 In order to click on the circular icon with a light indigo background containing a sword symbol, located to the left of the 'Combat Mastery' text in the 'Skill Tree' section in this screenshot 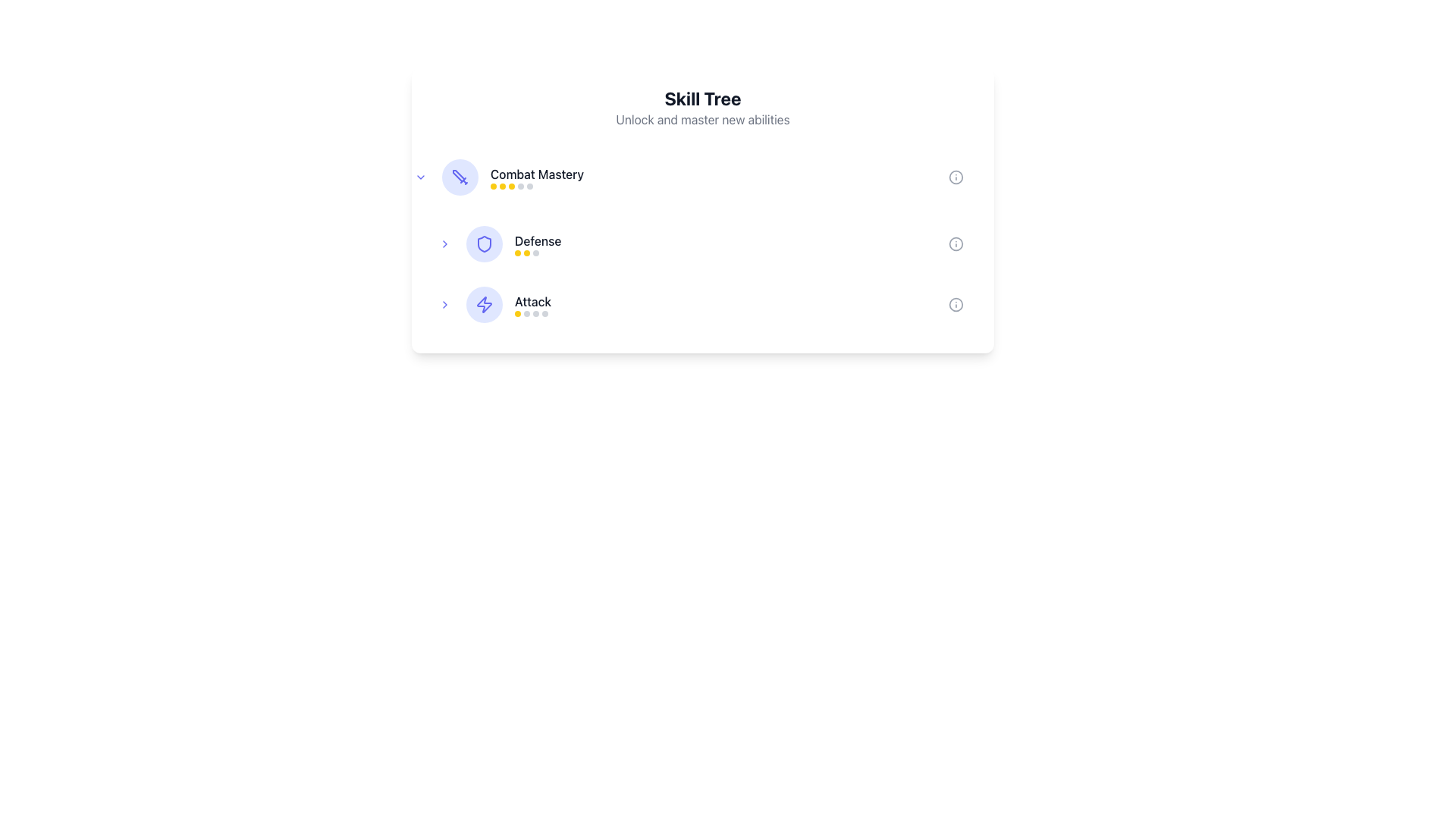, I will do `click(459, 177)`.